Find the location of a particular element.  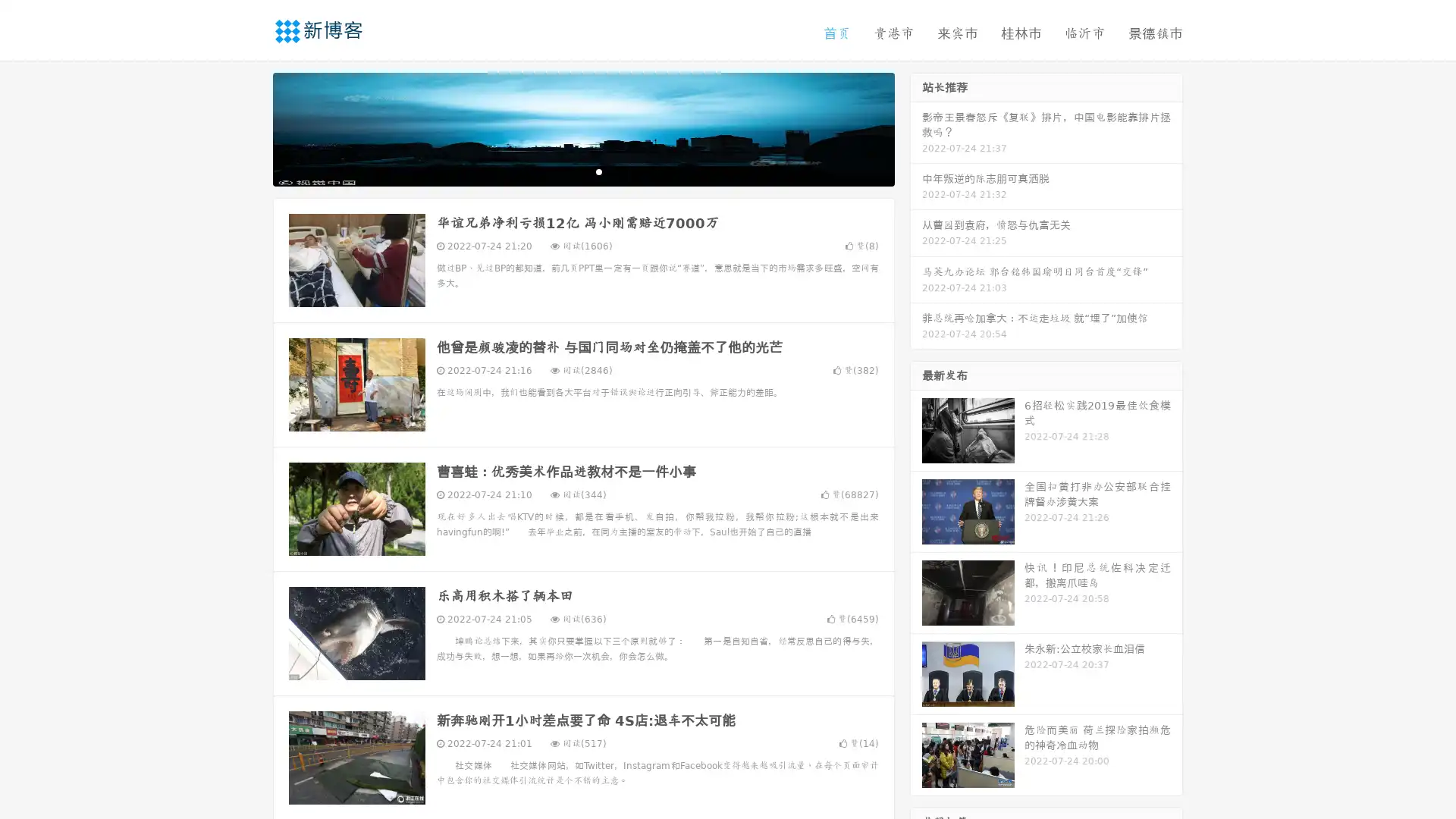

Go to slide 2 is located at coordinates (582, 171).